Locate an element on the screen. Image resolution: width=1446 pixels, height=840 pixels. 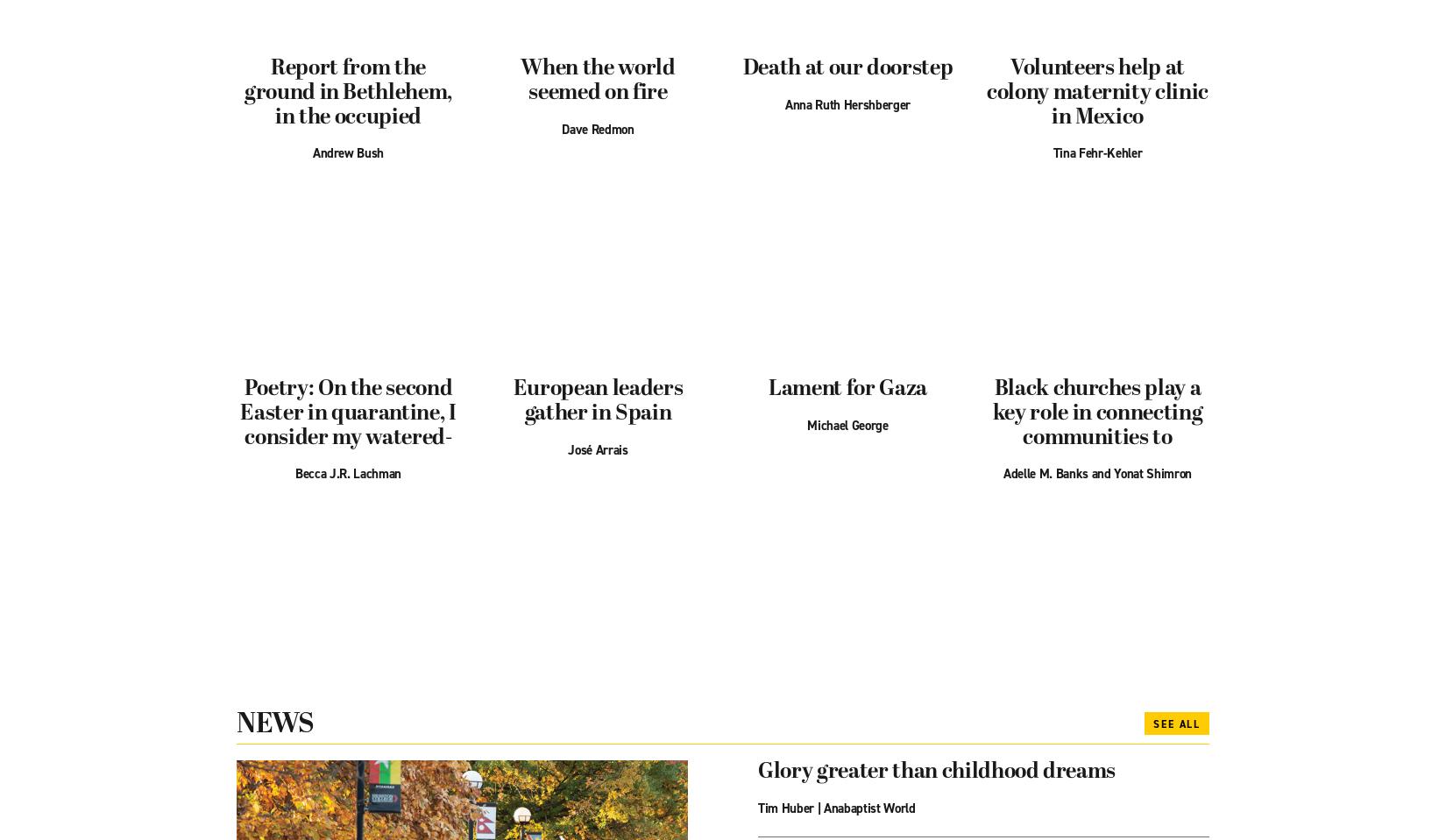
'Lament for Gaza' is located at coordinates (847, 388).